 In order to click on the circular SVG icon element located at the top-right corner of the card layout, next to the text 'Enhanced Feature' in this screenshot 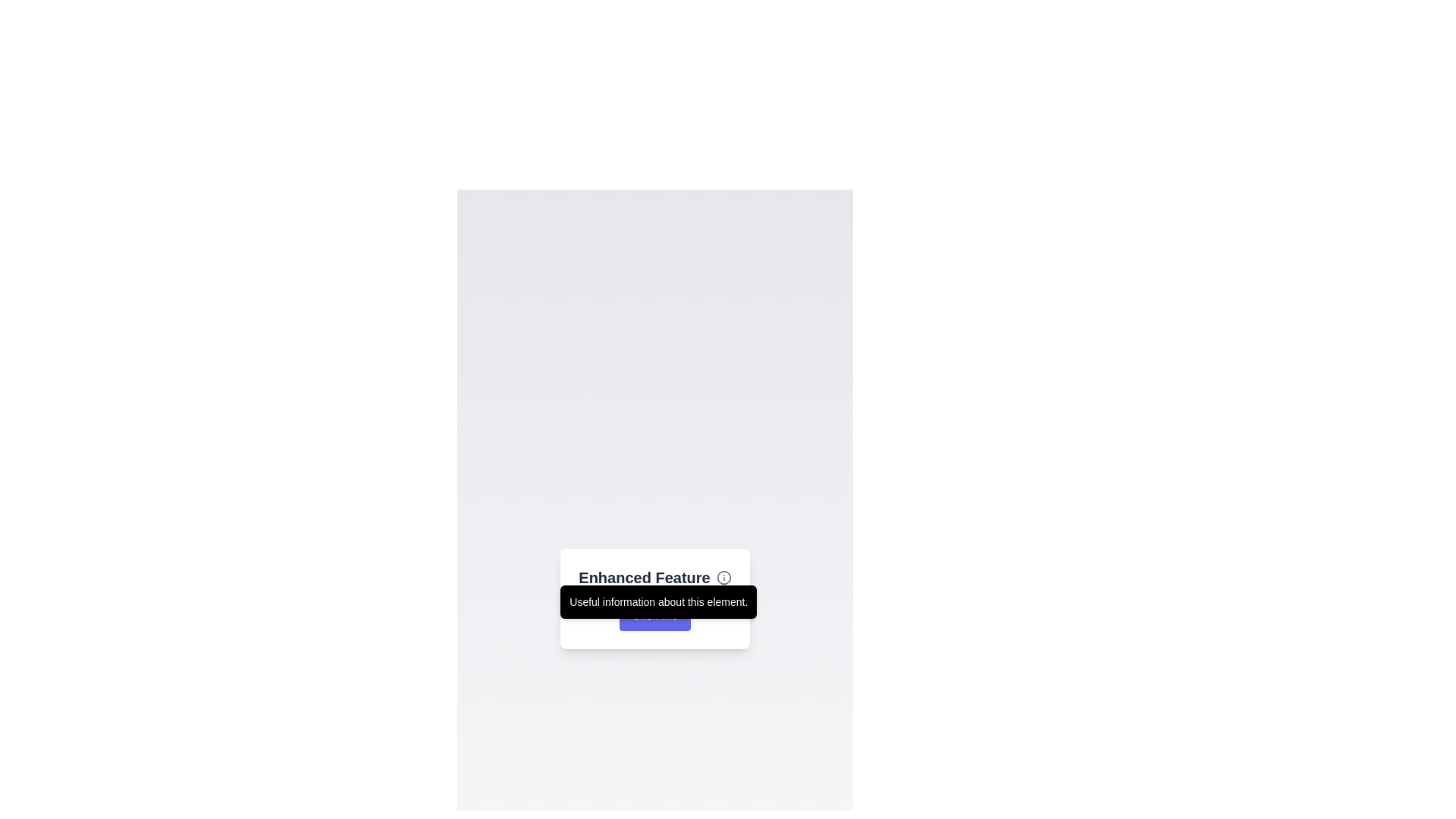, I will do `click(723, 578)`.